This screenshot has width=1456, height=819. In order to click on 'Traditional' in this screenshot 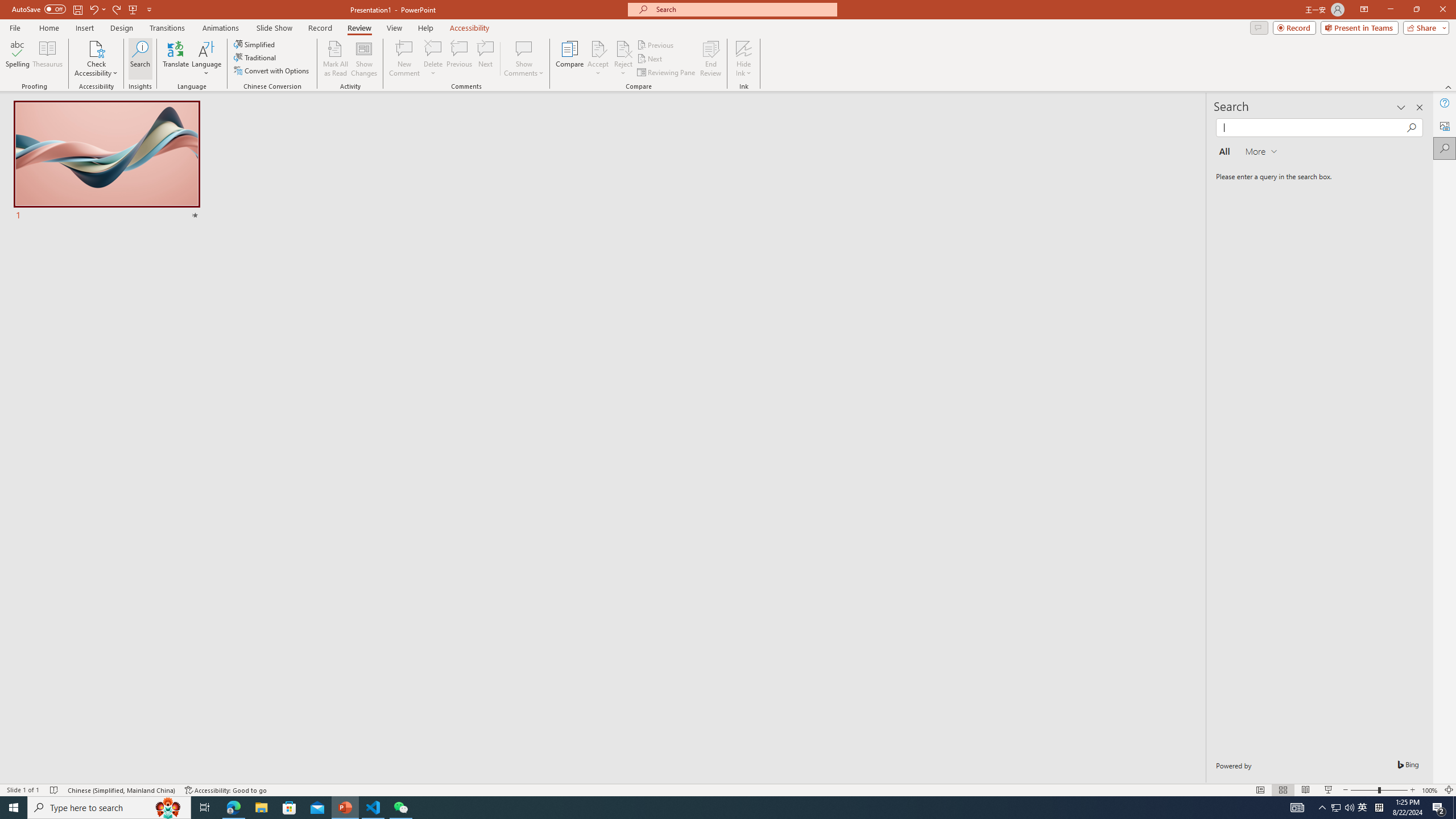, I will do `click(255, 56)`.